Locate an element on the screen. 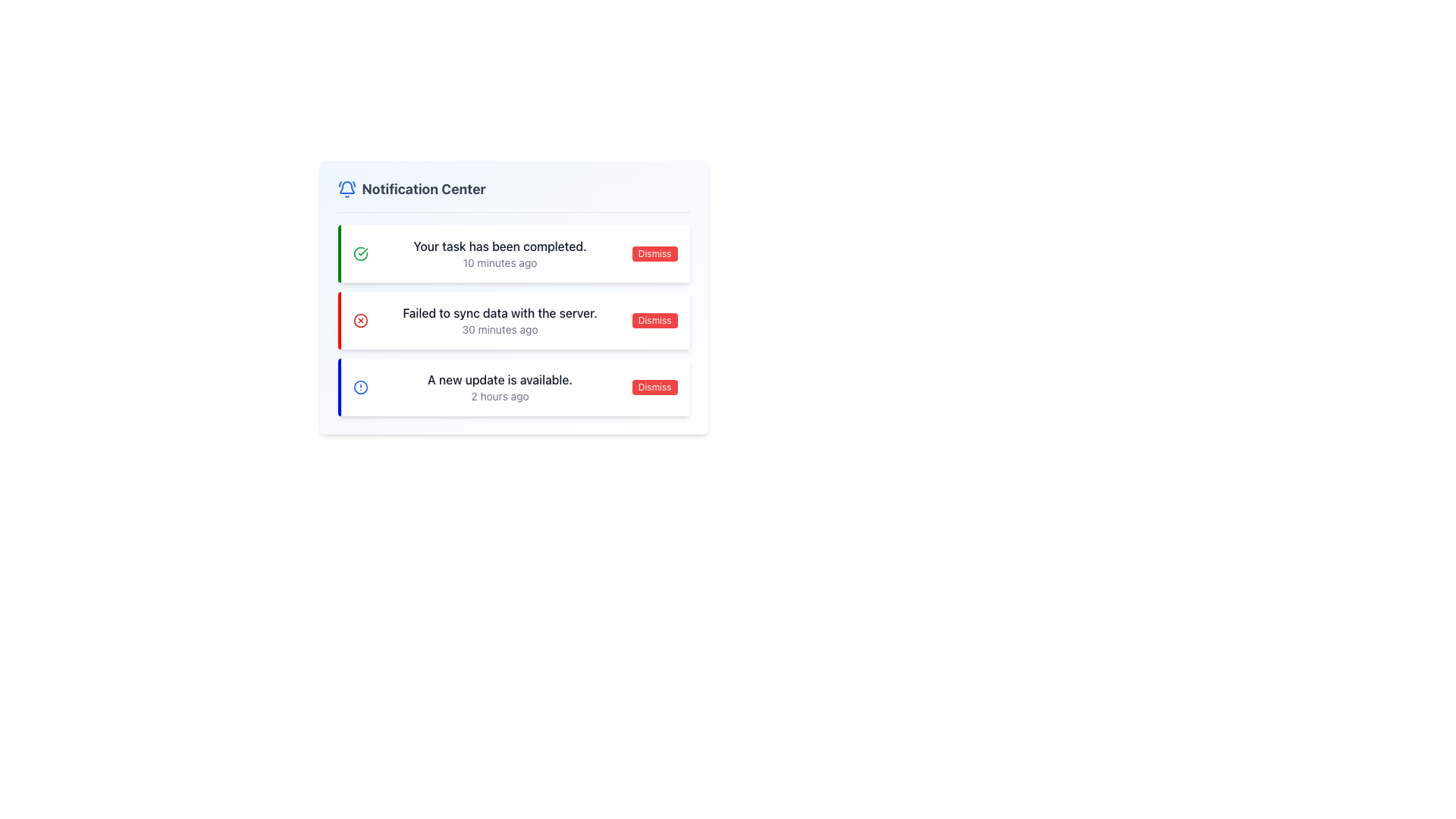  the text label that displays 'Your task has been completed.' in the notification center, which is styled with a medium-weight font and dark gray color is located at coordinates (500, 245).